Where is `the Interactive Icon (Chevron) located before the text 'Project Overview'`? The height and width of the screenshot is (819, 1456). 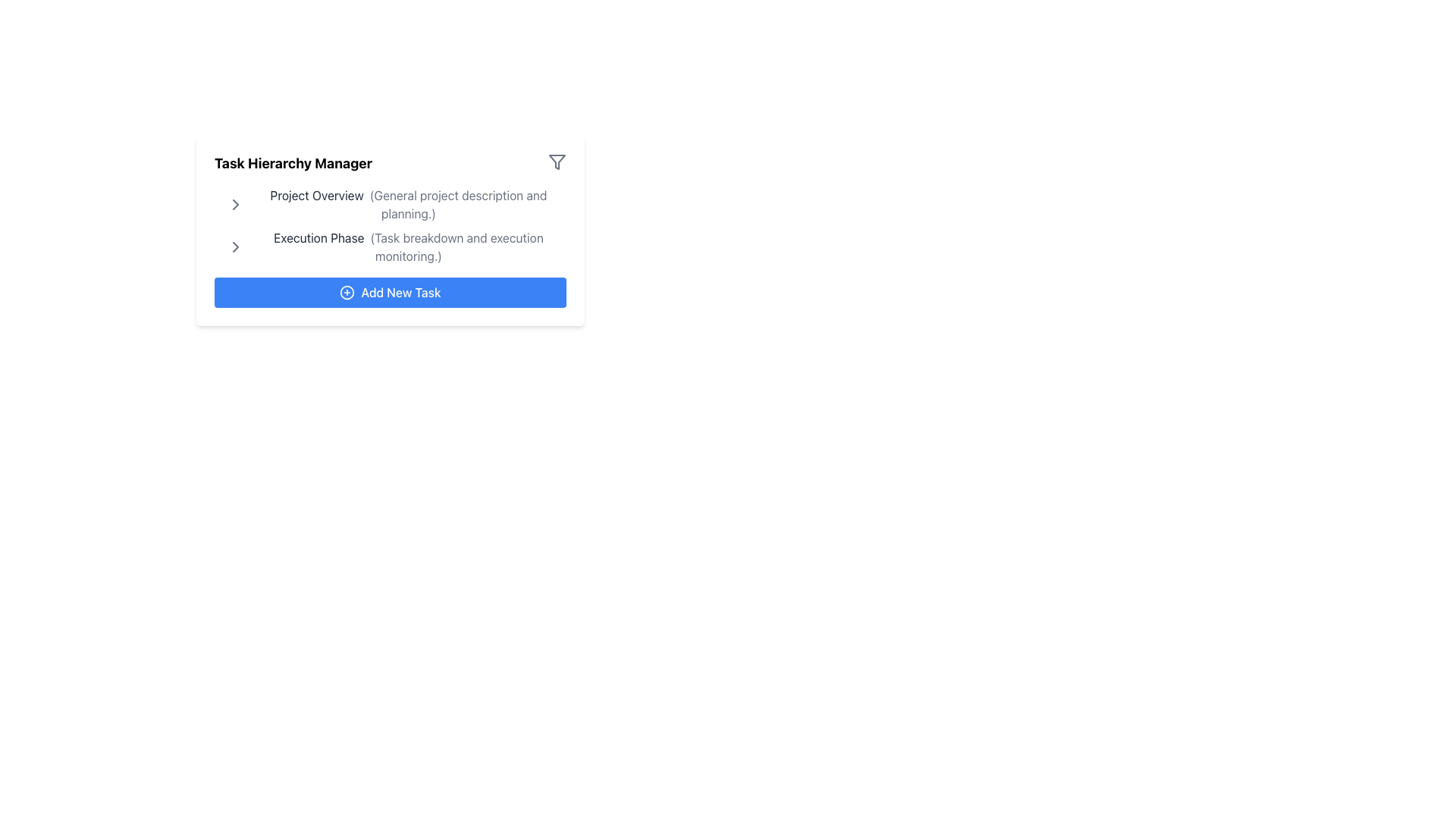 the Interactive Icon (Chevron) located before the text 'Project Overview' is located at coordinates (235, 205).